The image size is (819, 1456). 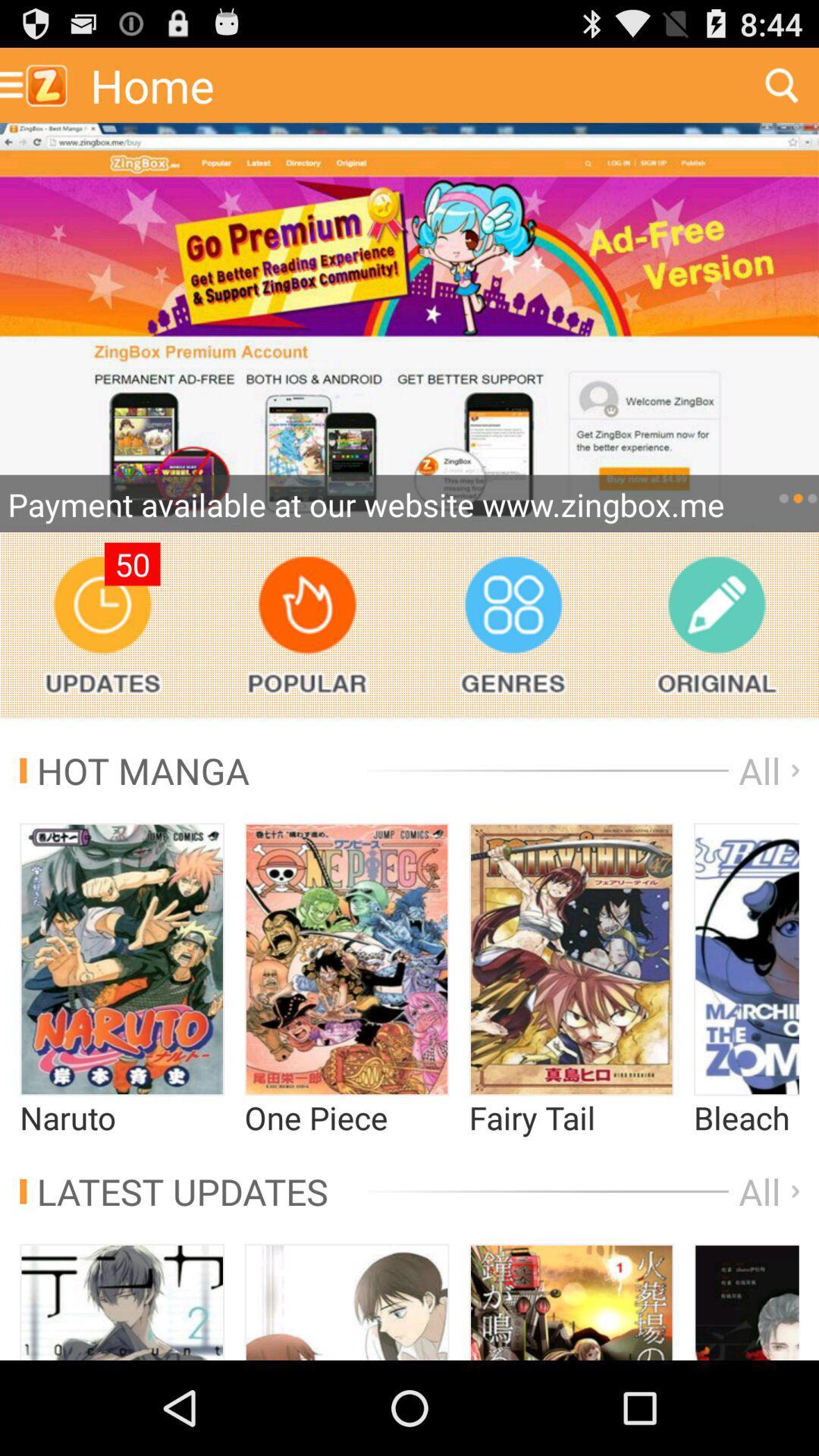 I want to click on latest updates app, so click(x=173, y=1191).